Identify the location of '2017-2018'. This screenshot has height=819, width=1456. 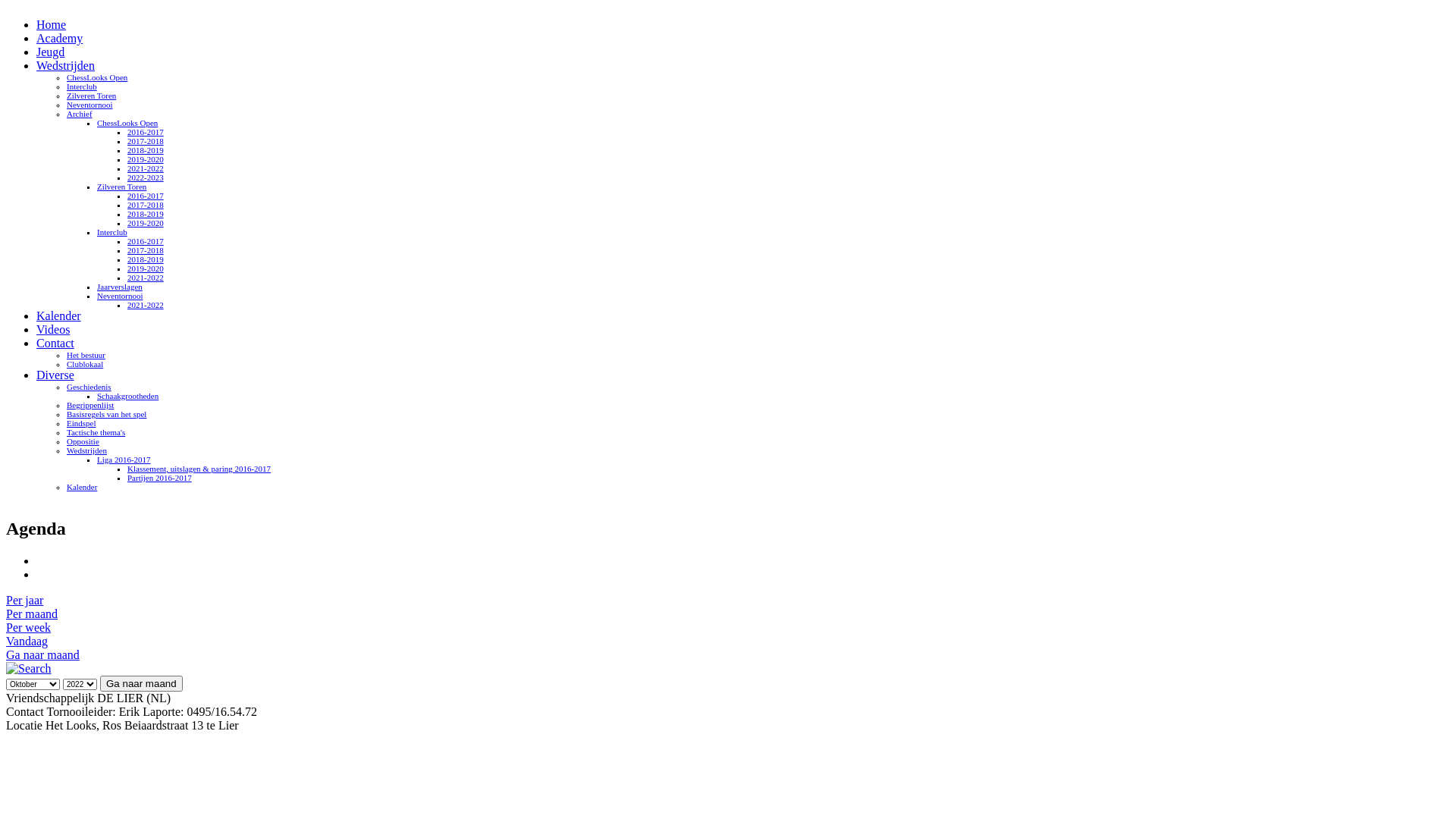
(127, 140).